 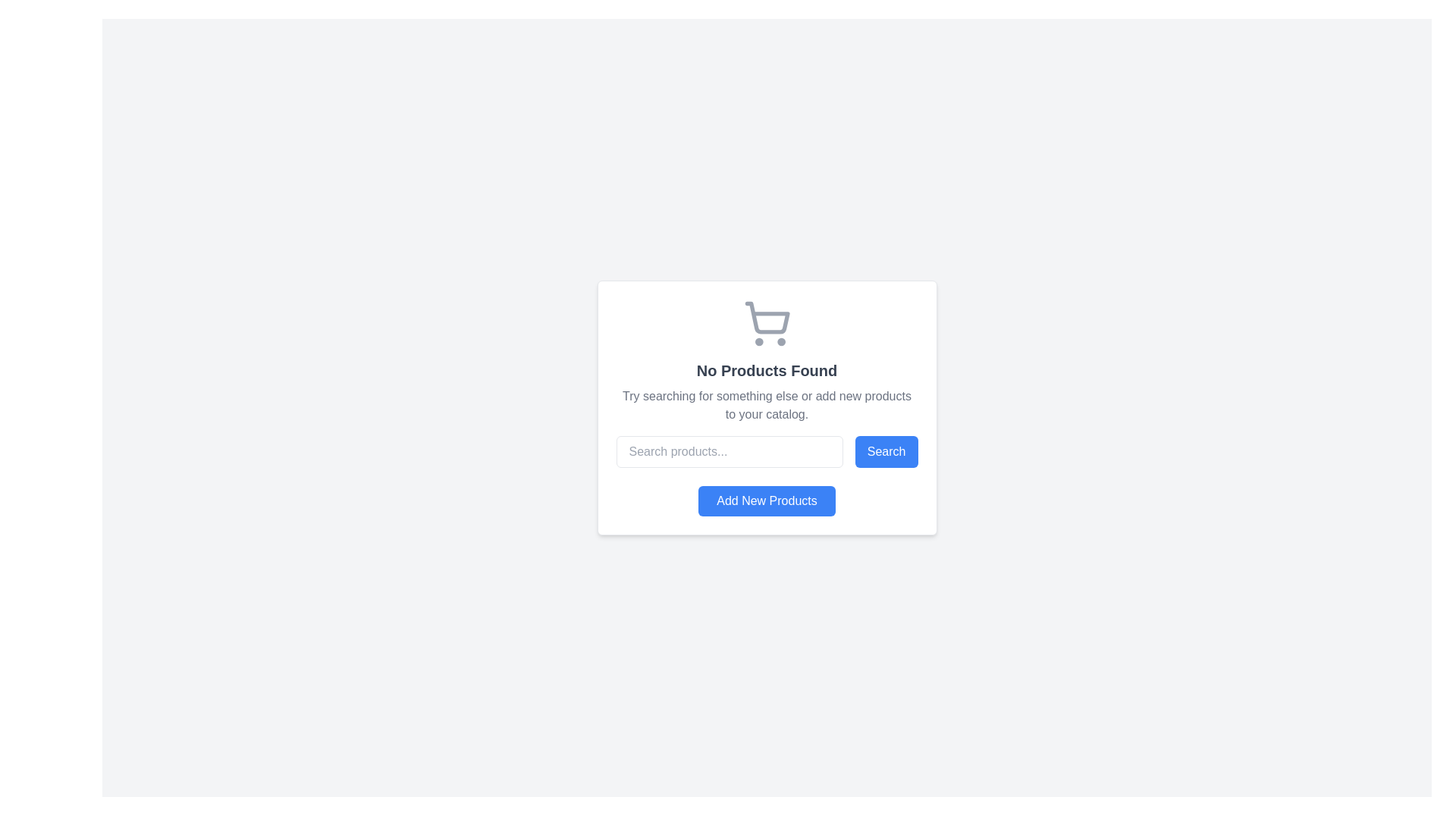 I want to click on the notification text label indicating that no products are currently available, which is located below the shopping cart icon and above the descriptive text element, so click(x=767, y=371).